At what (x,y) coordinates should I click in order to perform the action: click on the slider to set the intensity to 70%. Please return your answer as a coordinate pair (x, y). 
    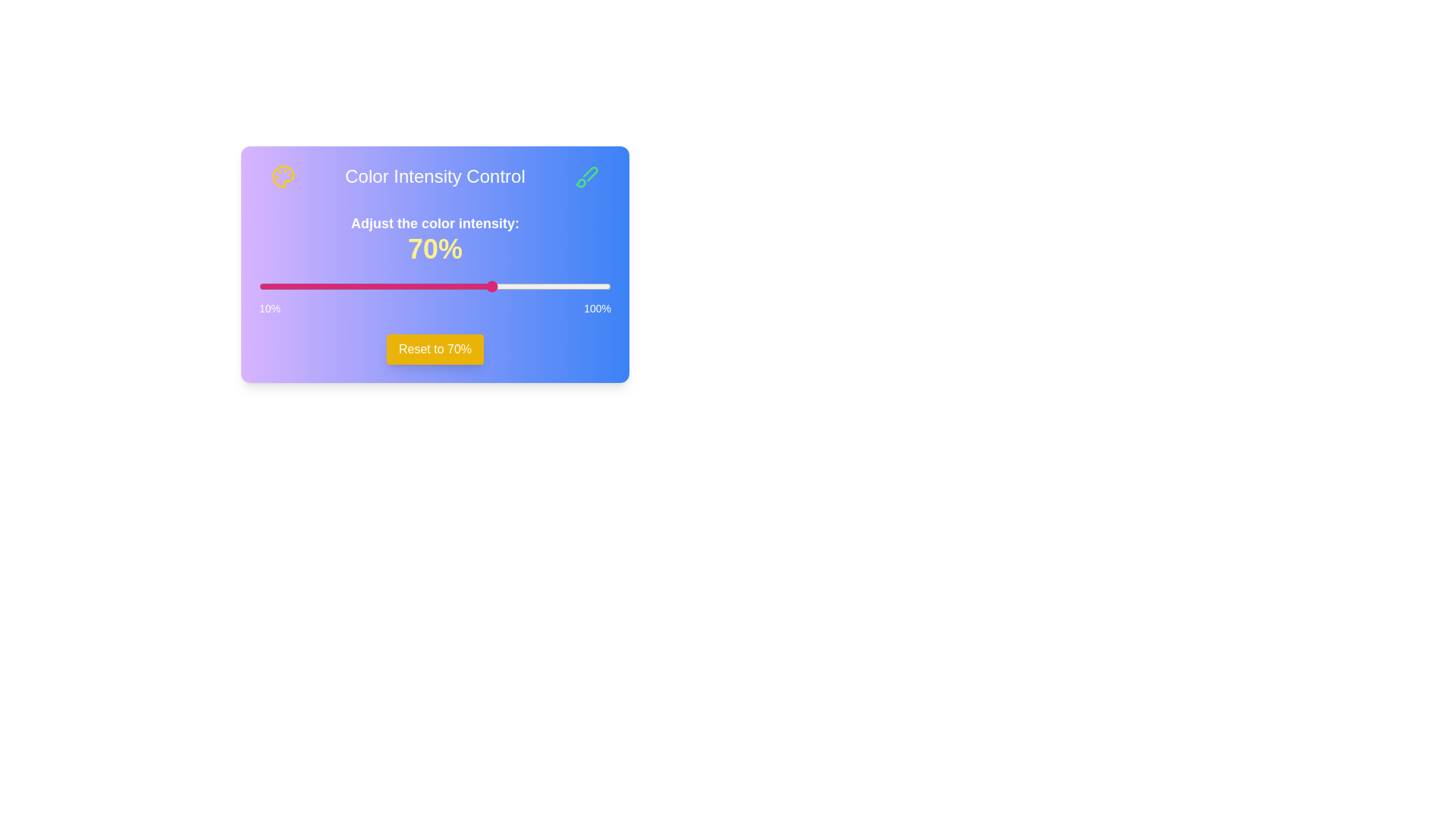
    Looking at the image, I should click on (494, 287).